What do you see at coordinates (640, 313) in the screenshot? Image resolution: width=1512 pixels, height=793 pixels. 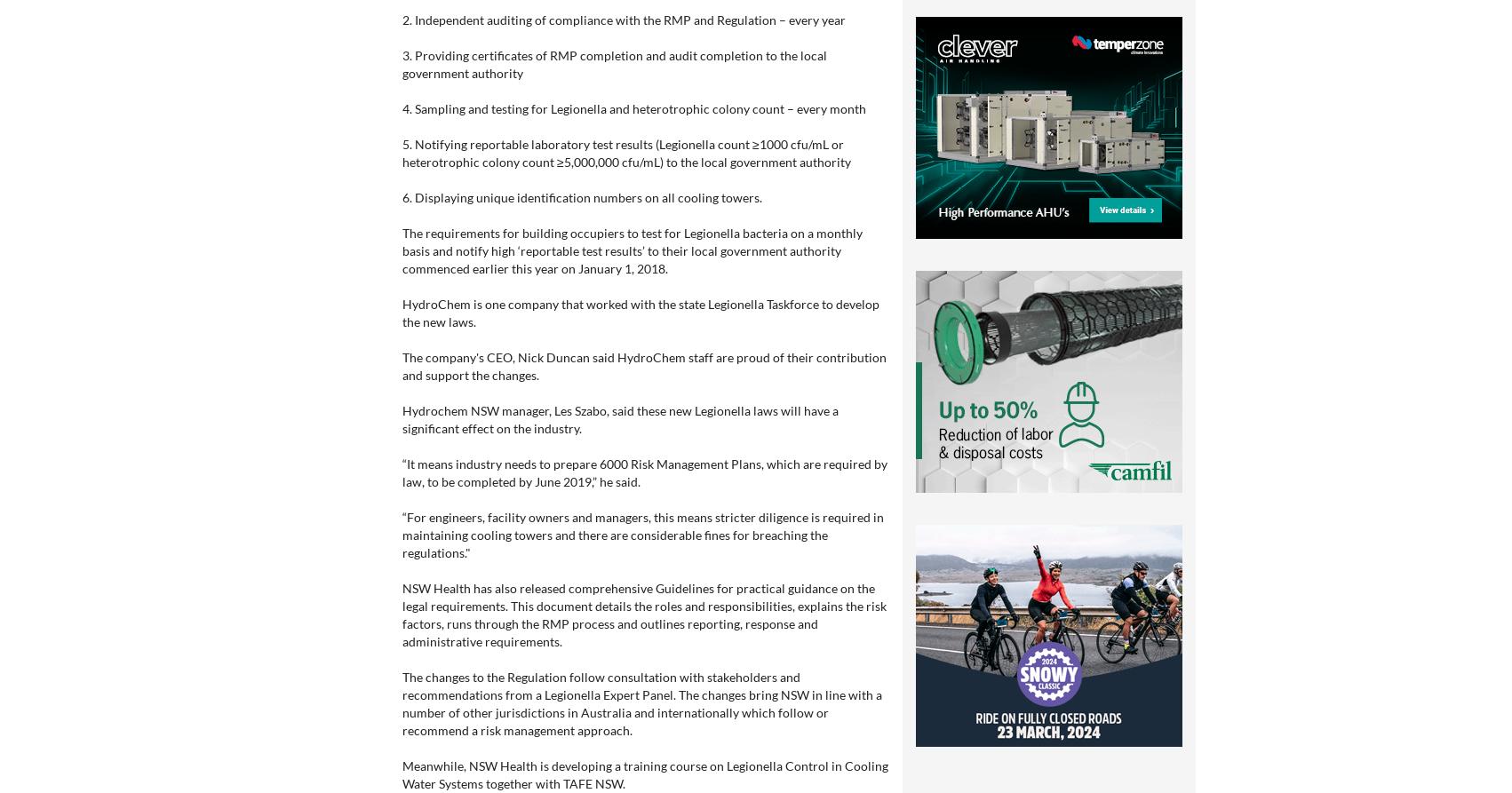 I see `'HydroChem is one company that worked with the state Legionella Taskforce to develop the new laws.'` at bounding box center [640, 313].